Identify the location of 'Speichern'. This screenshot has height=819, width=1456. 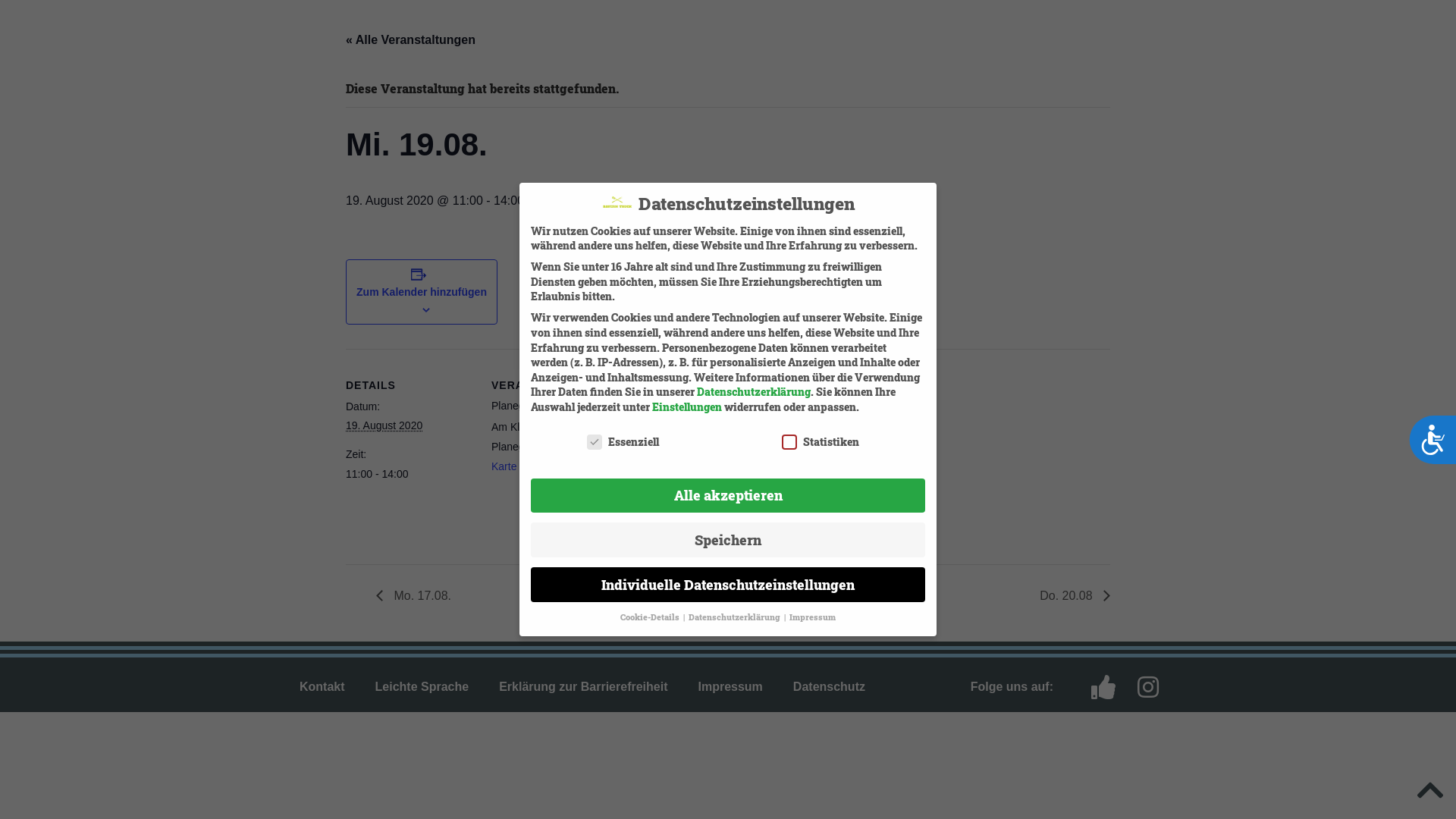
(728, 539).